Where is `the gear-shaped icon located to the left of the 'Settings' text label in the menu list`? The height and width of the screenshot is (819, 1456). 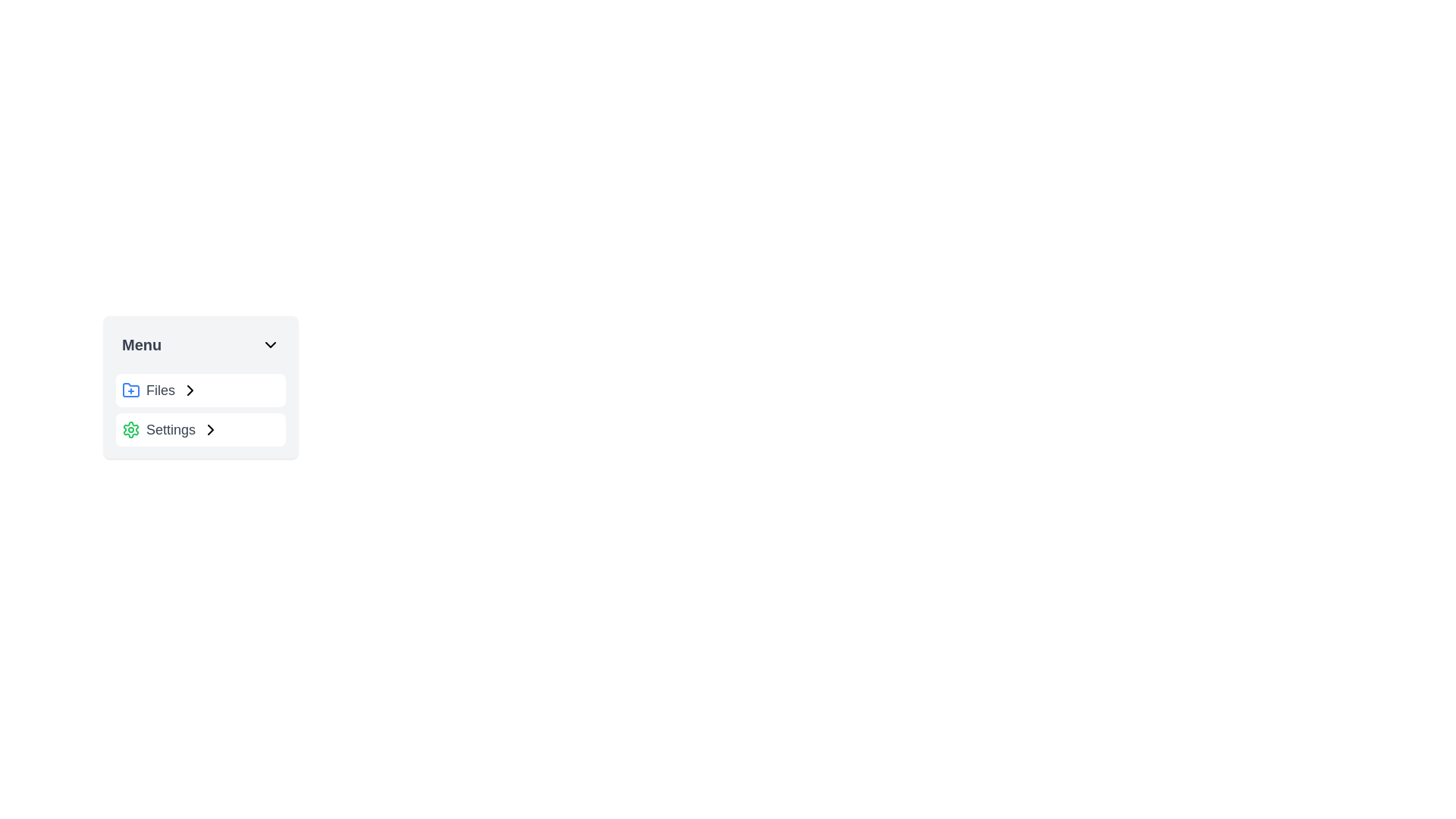 the gear-shaped icon located to the left of the 'Settings' text label in the menu list is located at coordinates (130, 430).